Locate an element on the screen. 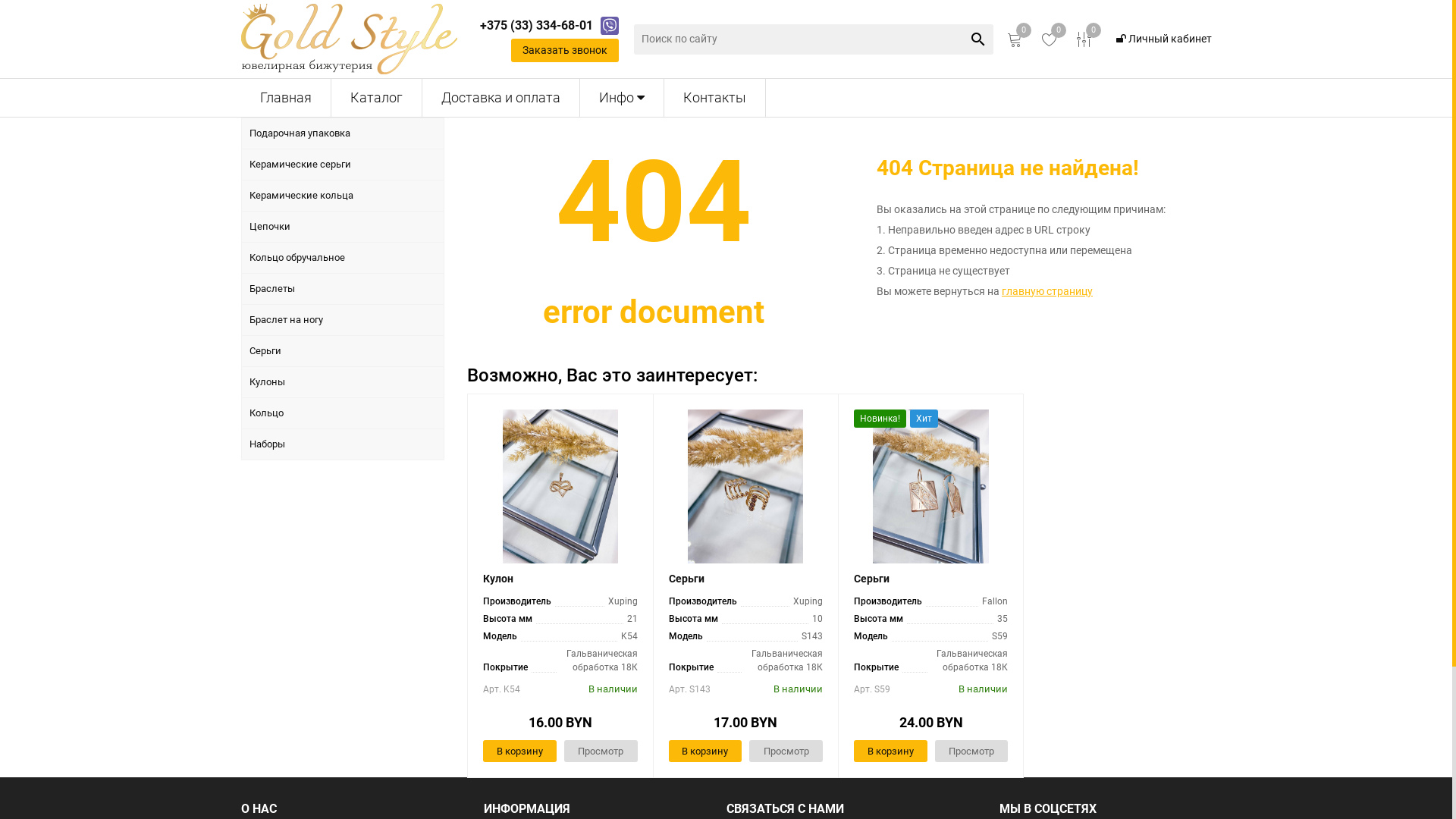 This screenshot has width=1456, height=819. '0' is located at coordinates (1015, 38).